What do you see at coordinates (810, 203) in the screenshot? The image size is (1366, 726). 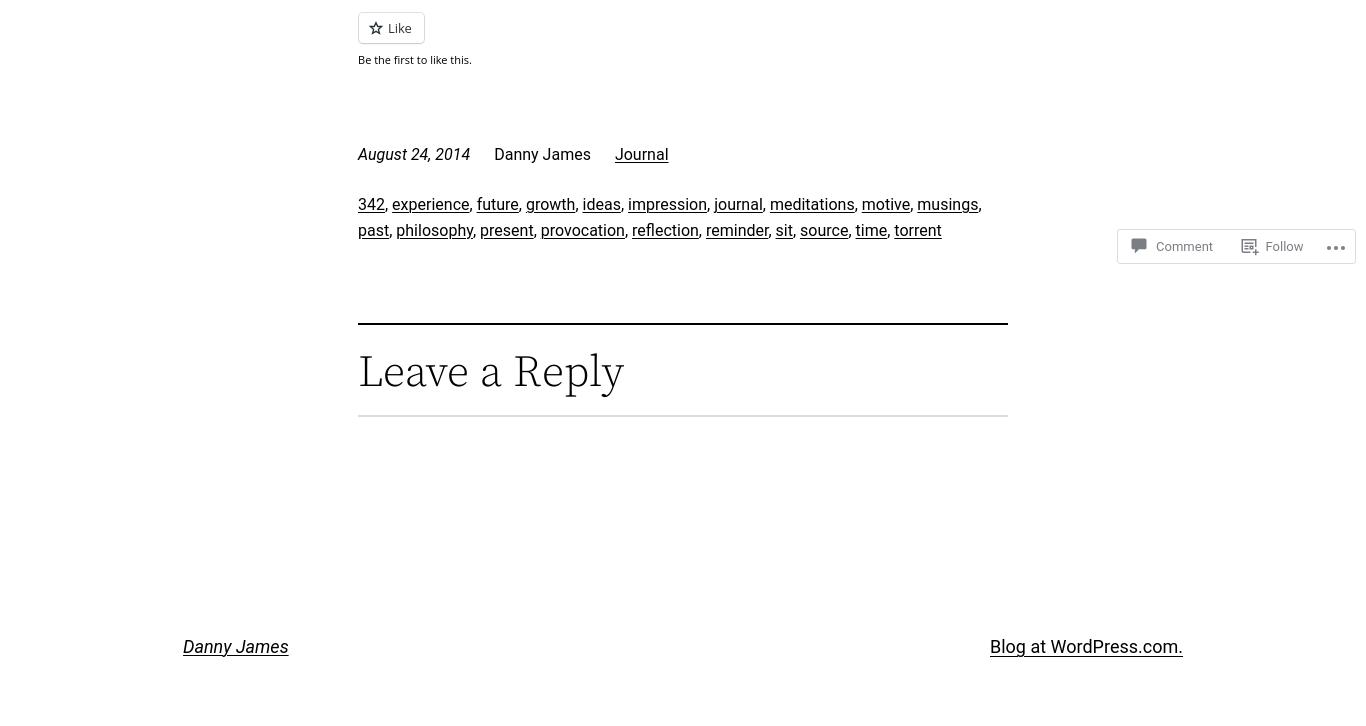 I see `'meditations'` at bounding box center [810, 203].